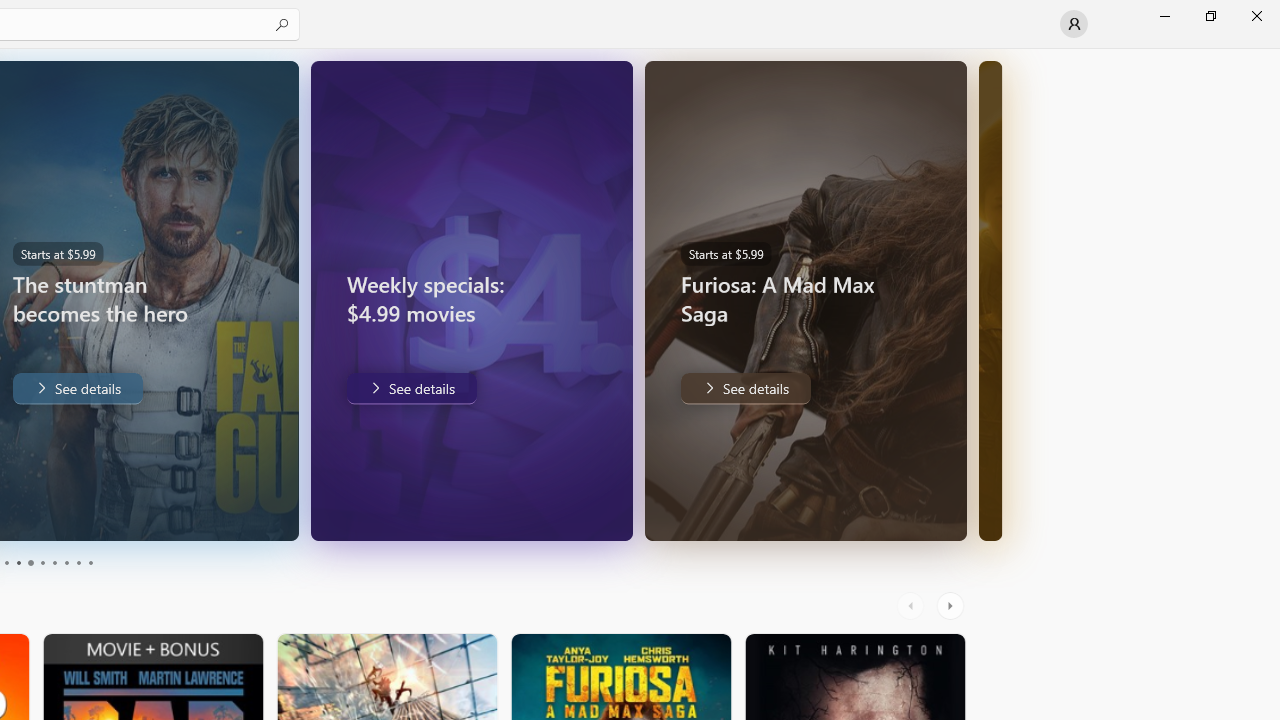 The height and width of the screenshot is (720, 1280). Describe the element at coordinates (5, 563) in the screenshot. I see `'Page 3'` at that location.